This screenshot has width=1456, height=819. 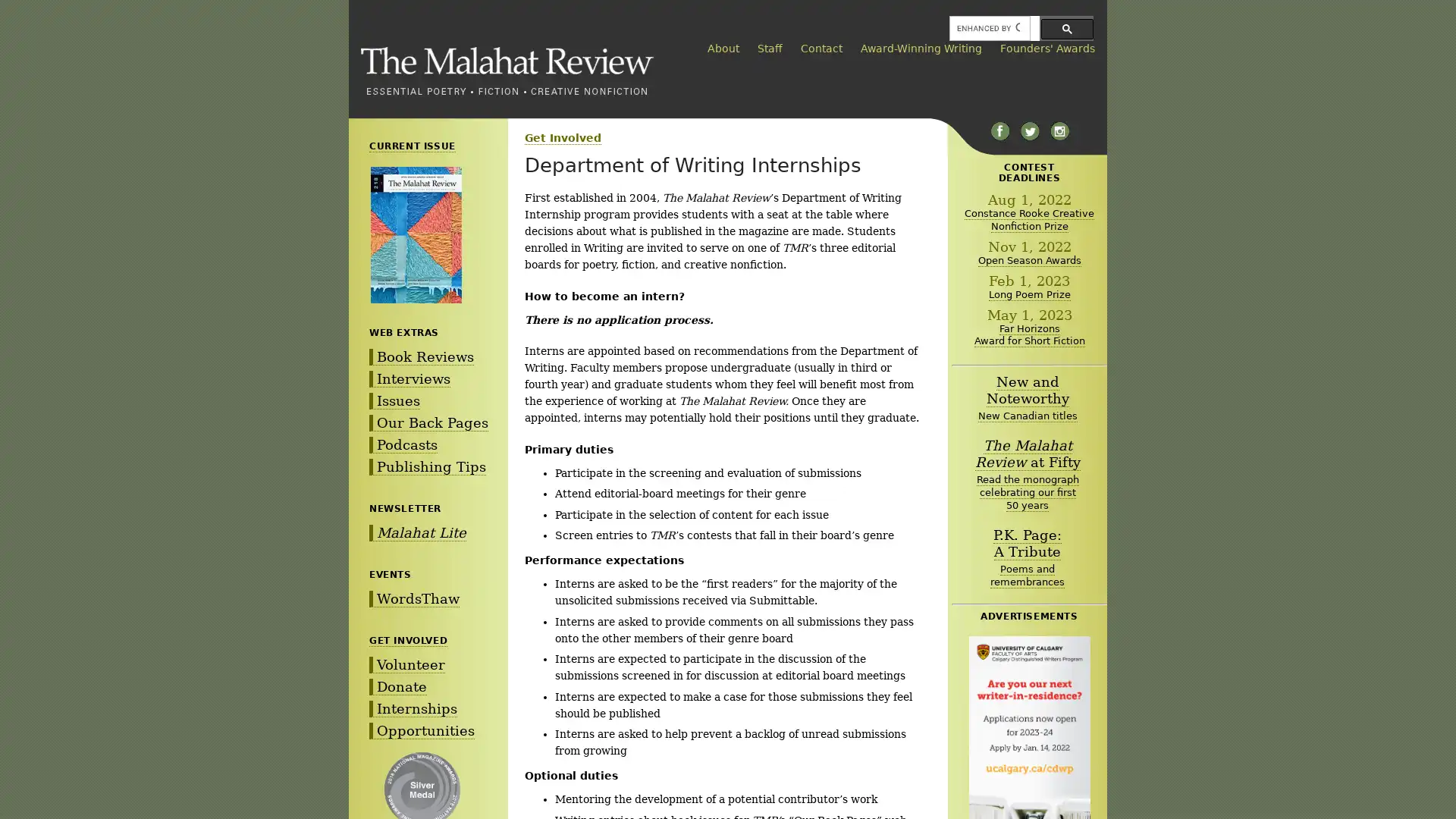 I want to click on search, so click(x=1066, y=28).